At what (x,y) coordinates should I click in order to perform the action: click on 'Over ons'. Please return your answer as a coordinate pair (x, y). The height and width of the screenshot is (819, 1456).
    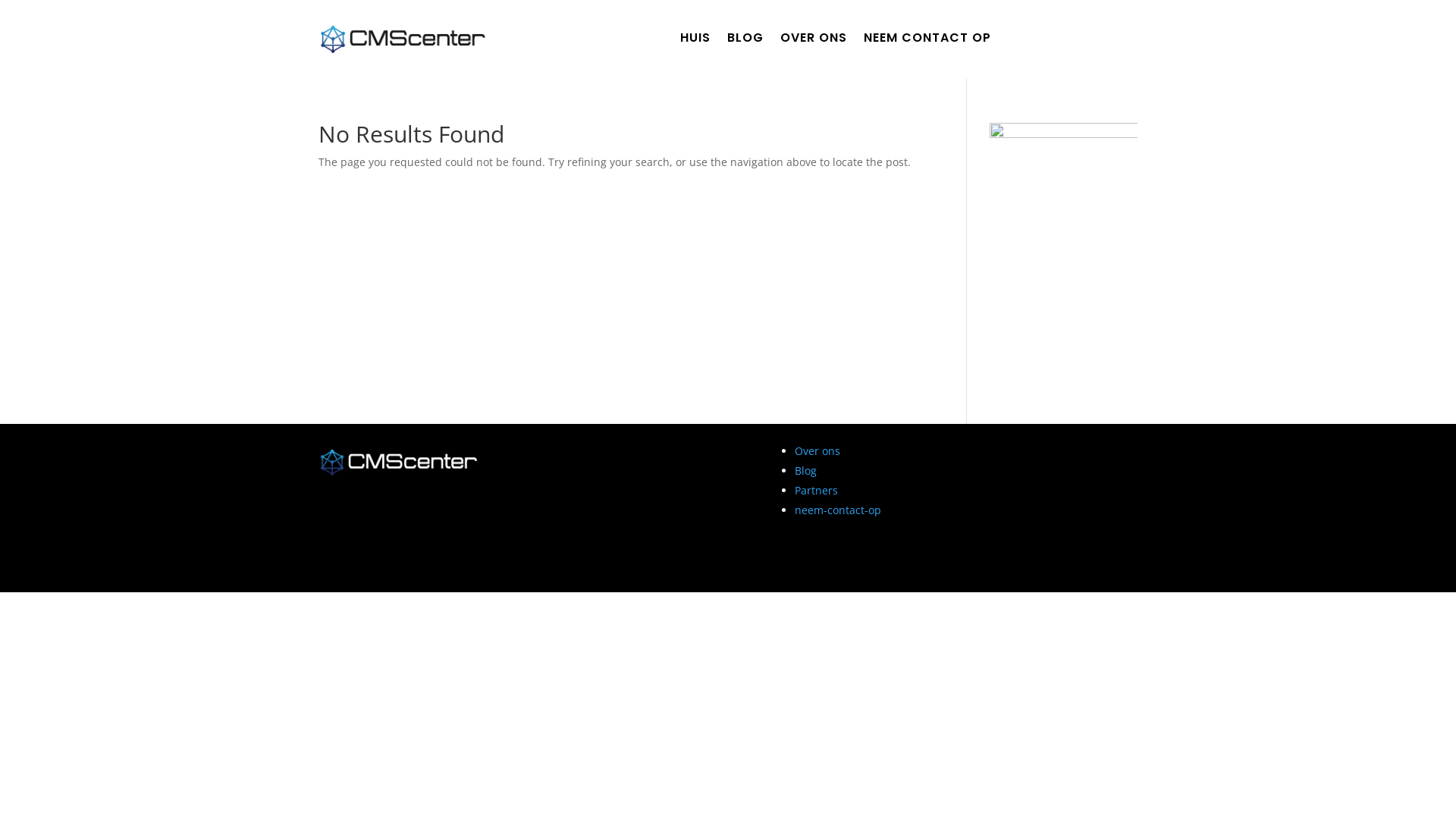
    Looking at the image, I should click on (817, 450).